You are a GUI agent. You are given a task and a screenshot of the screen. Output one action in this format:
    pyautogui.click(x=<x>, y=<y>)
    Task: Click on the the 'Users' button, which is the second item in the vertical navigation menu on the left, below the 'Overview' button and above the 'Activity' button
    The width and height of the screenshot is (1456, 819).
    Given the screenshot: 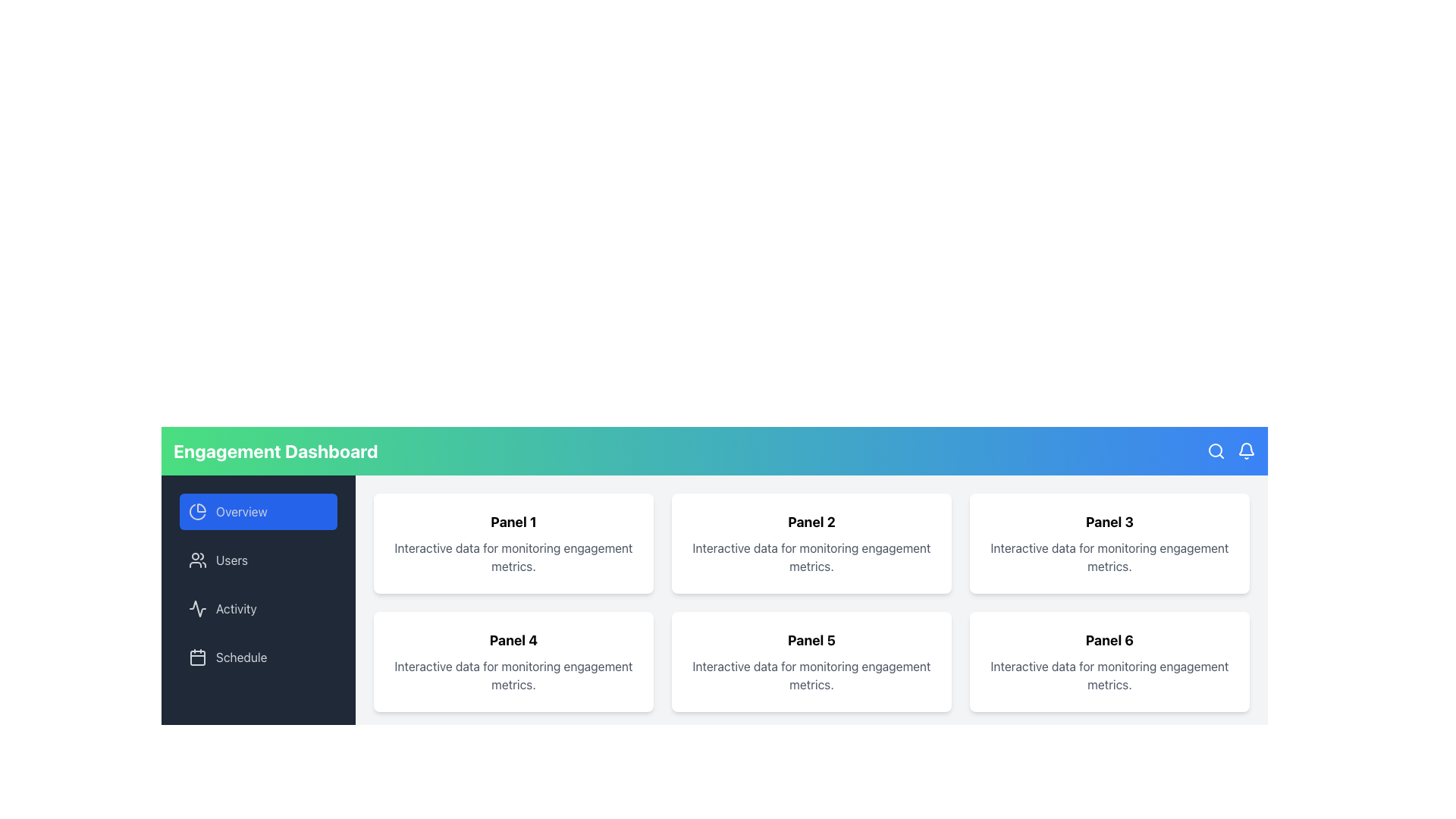 What is the action you would take?
    pyautogui.click(x=258, y=560)
    